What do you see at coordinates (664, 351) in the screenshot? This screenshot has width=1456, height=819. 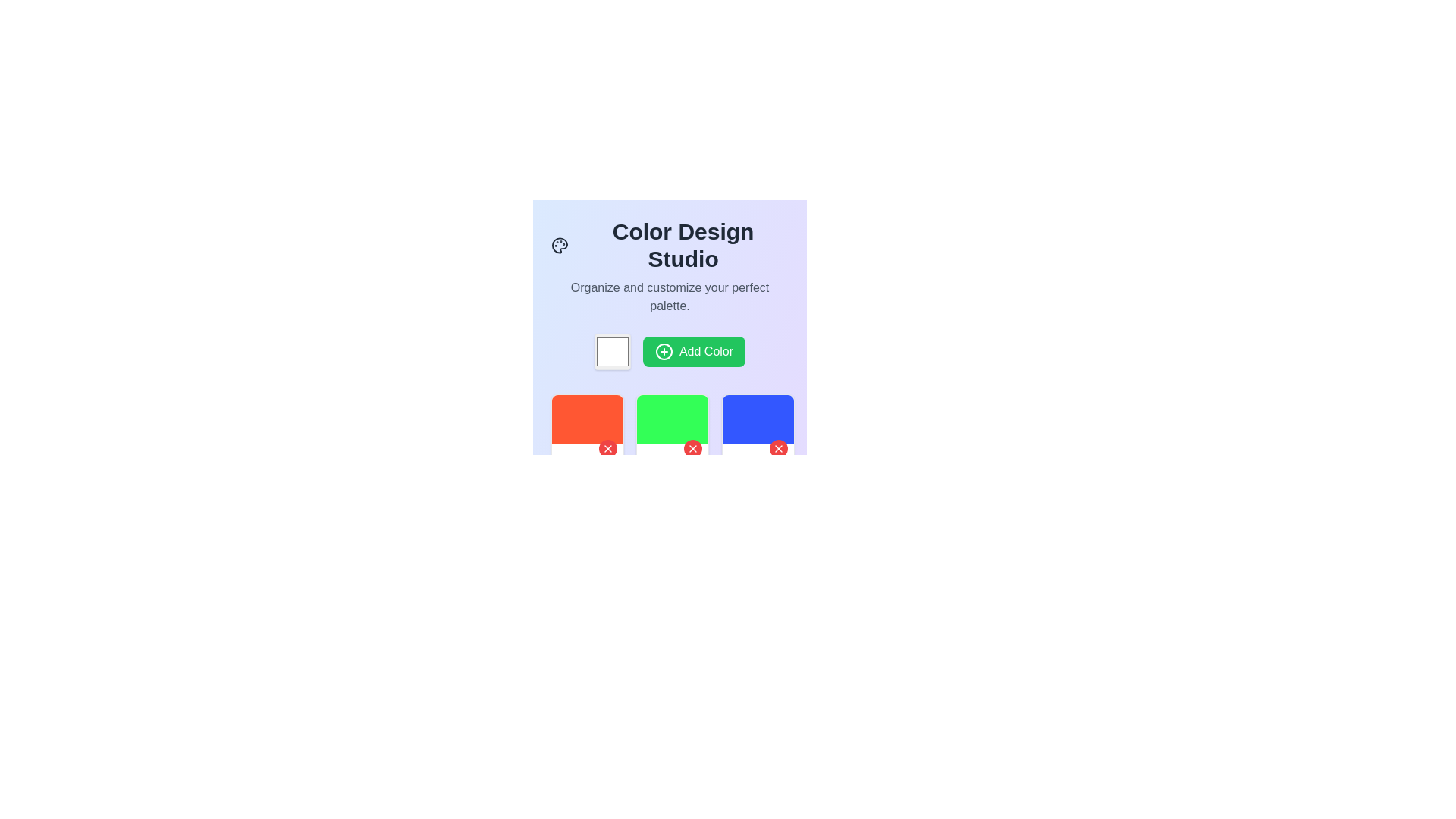 I see `the circular icon with a green border and a white plus symbol, which is positioned to the left of the 'Add Color' button` at bounding box center [664, 351].